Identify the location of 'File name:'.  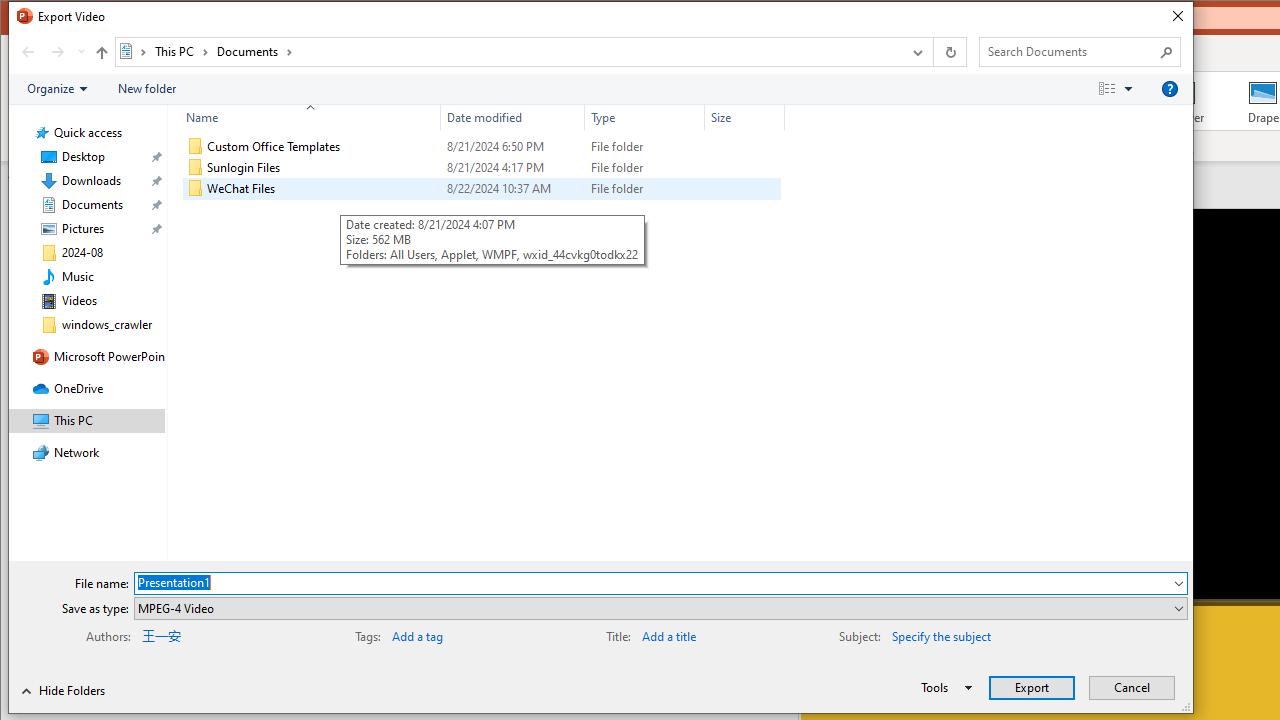
(652, 583).